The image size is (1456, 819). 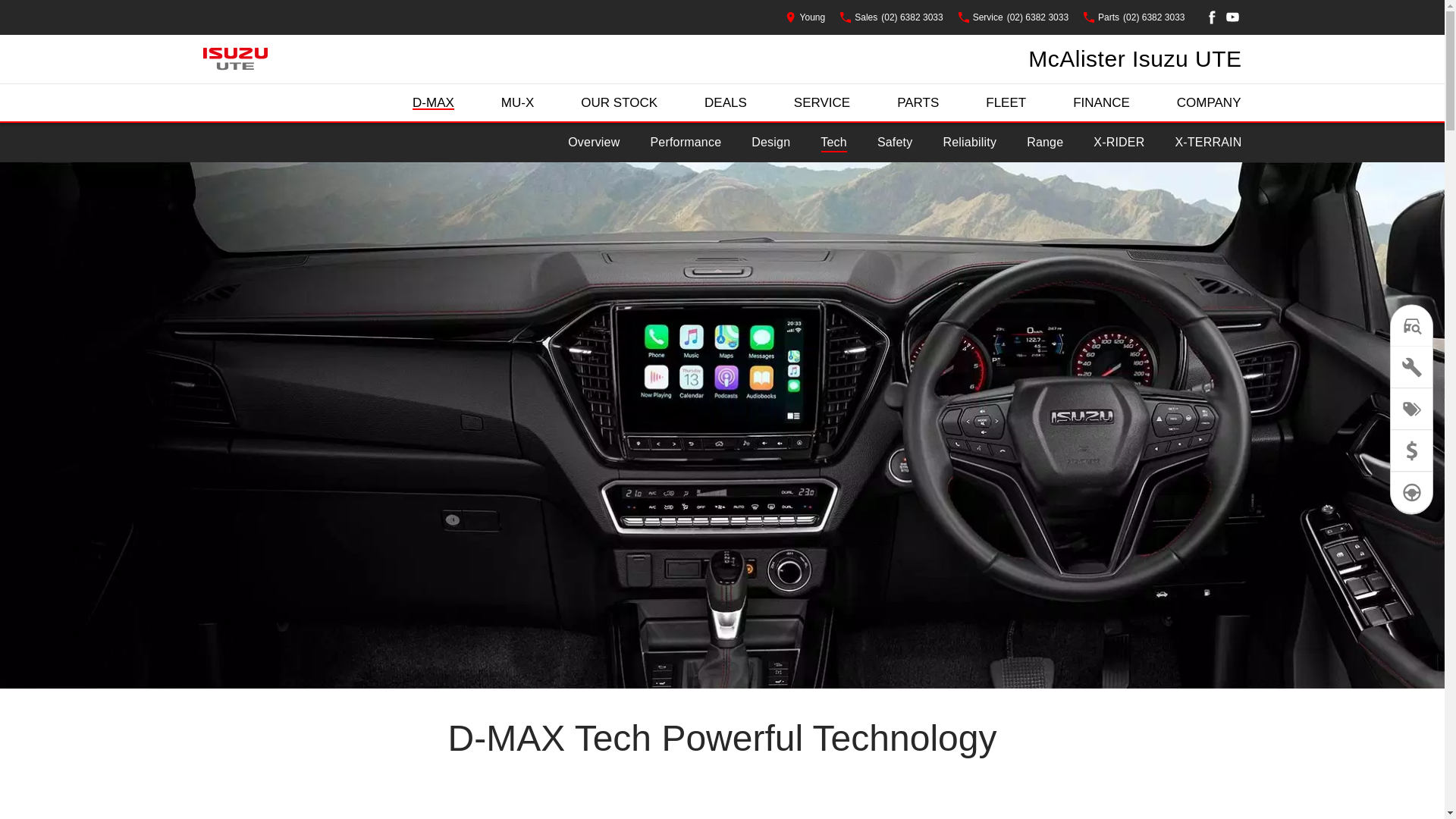 What do you see at coordinates (743, 143) in the screenshot?
I see `'Design'` at bounding box center [743, 143].